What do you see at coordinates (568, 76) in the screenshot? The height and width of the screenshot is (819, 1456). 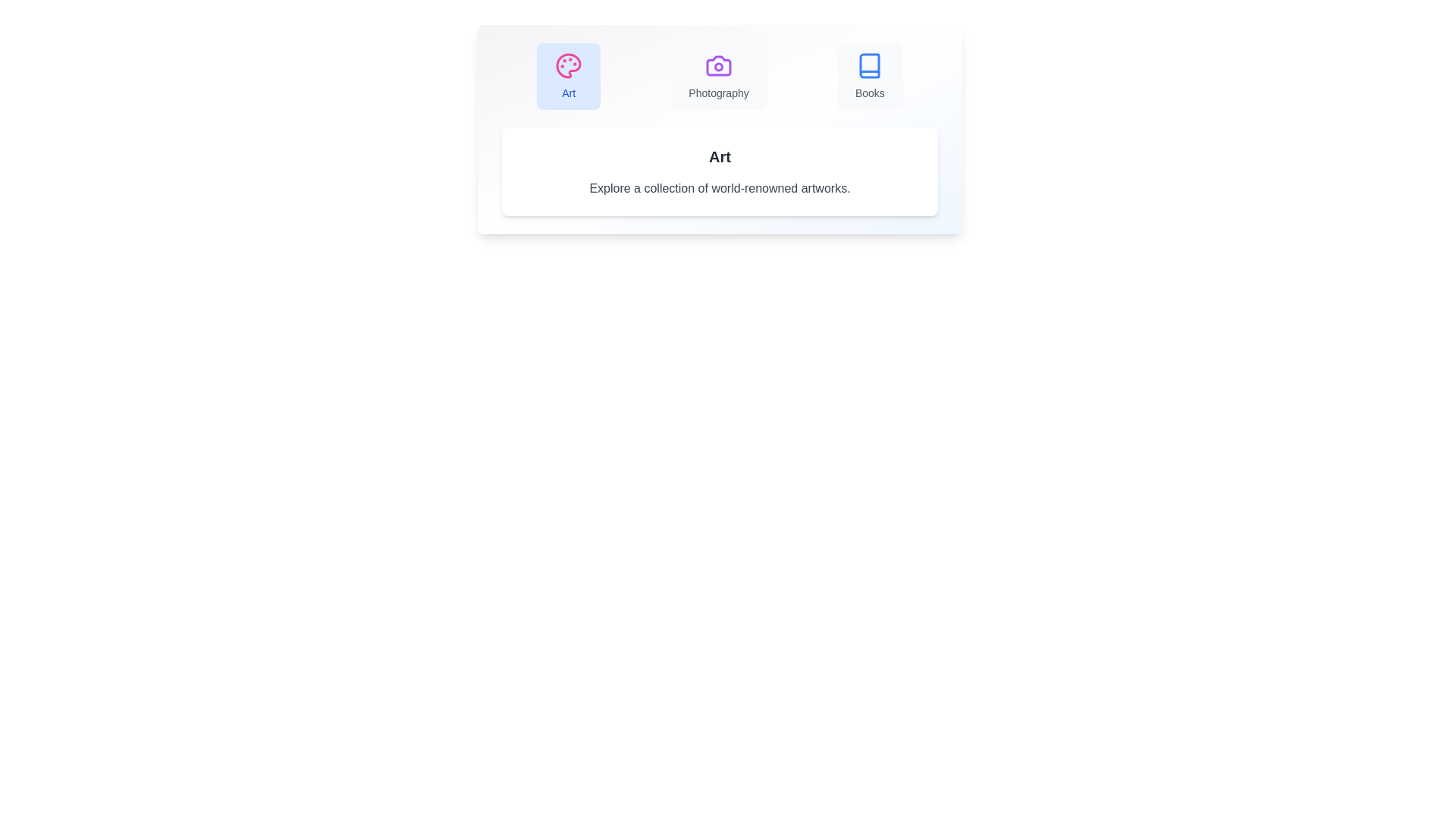 I see `the tab button labeled Art` at bounding box center [568, 76].